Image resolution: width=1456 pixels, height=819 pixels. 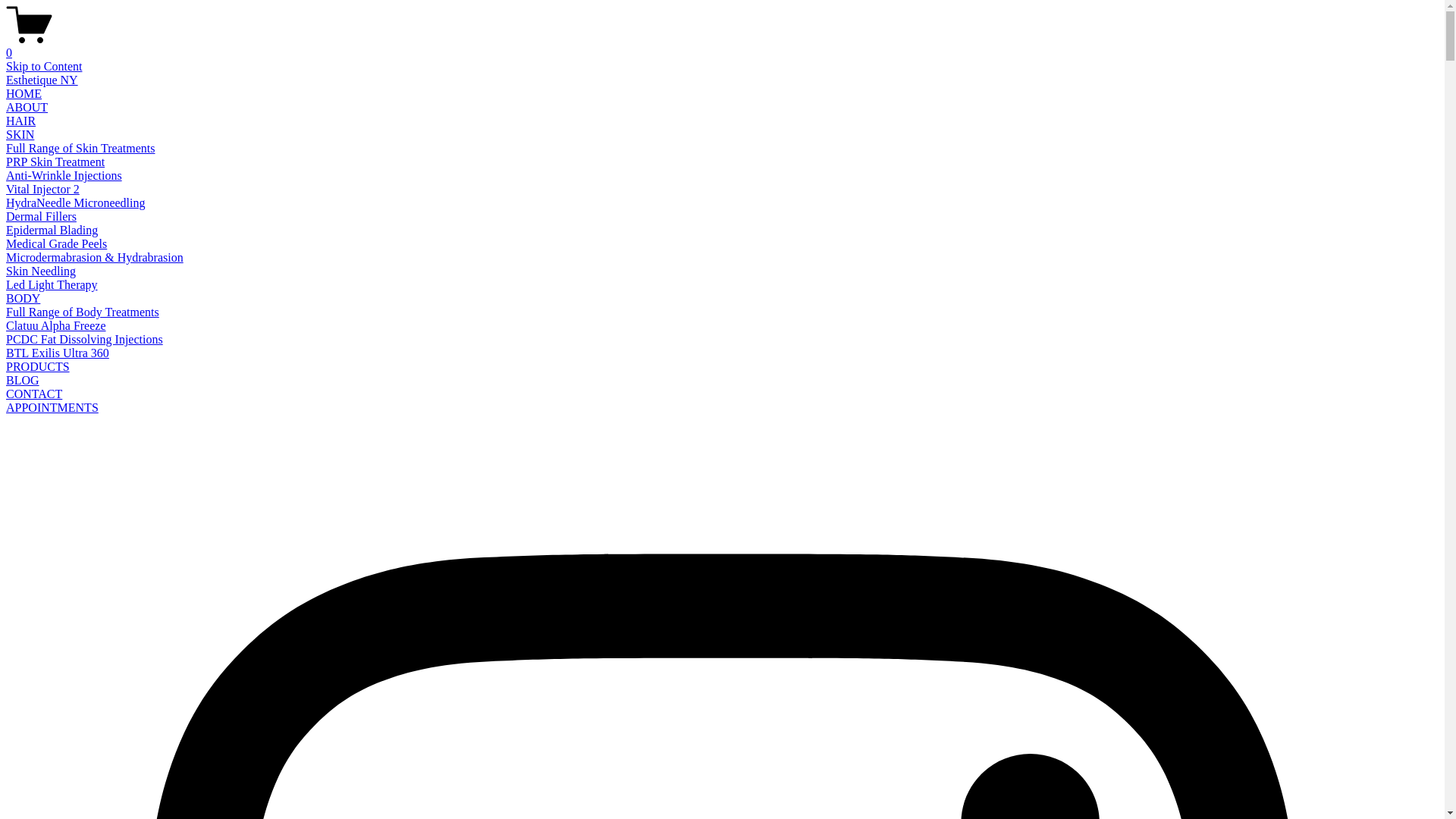 I want to click on 'BLOG', so click(x=22, y=379).